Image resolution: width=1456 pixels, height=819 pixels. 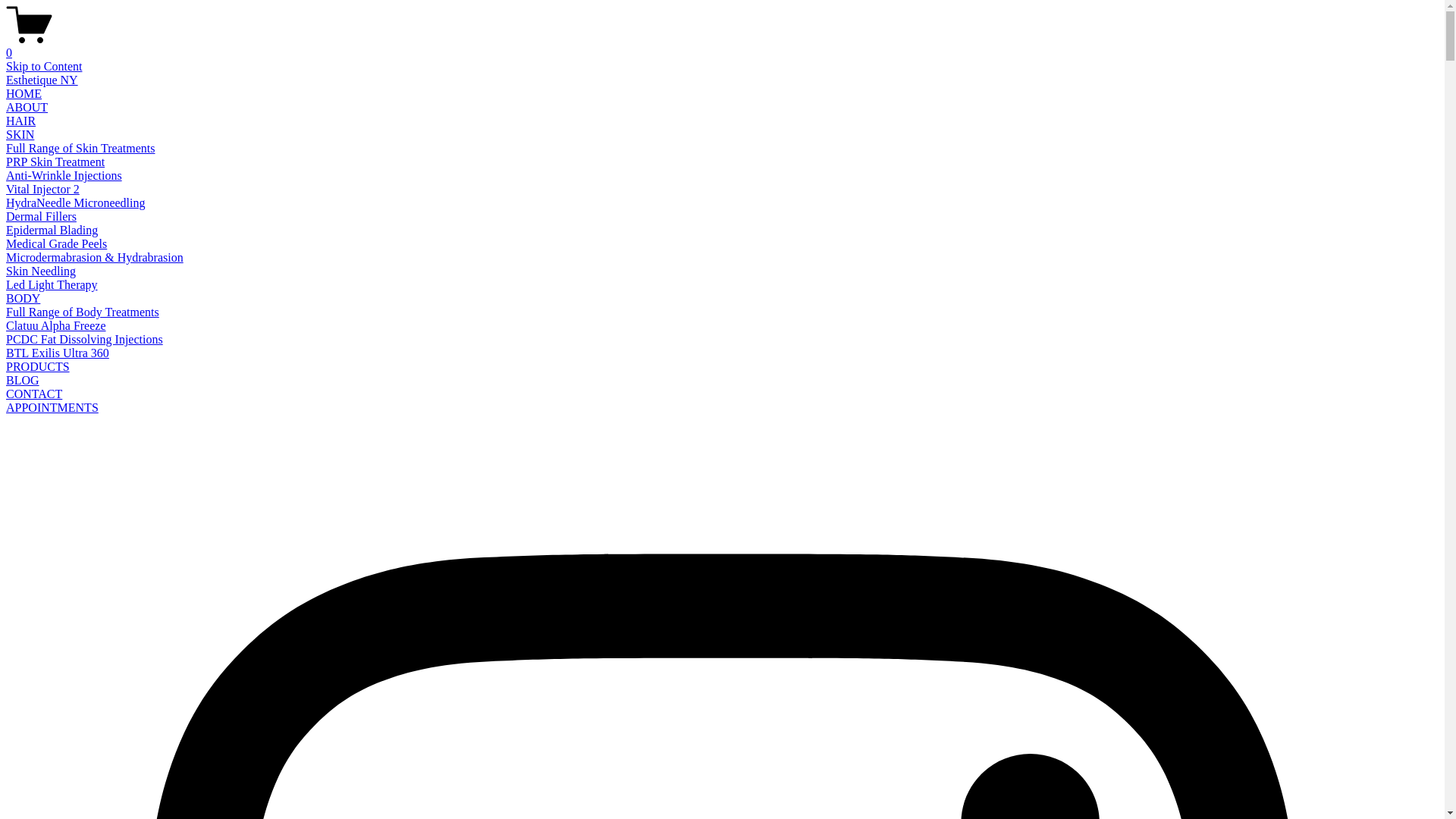 I want to click on 'BLOG', so click(x=22, y=379).